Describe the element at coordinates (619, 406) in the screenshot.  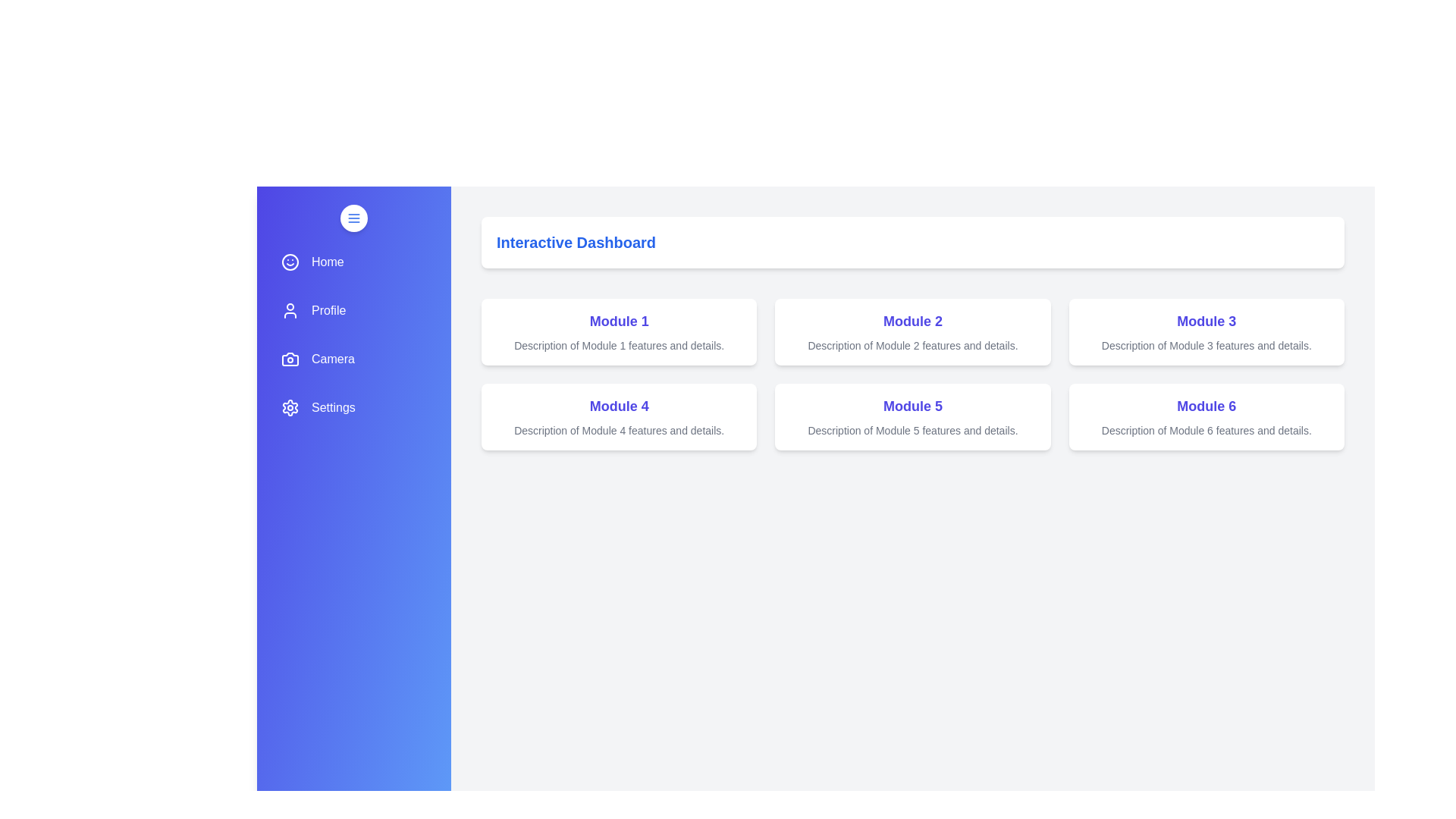
I see `the text element styled with 'Module 4', which is bold, indigo, and prominently displayed on a white card in the lower left corner of the central content section` at that location.